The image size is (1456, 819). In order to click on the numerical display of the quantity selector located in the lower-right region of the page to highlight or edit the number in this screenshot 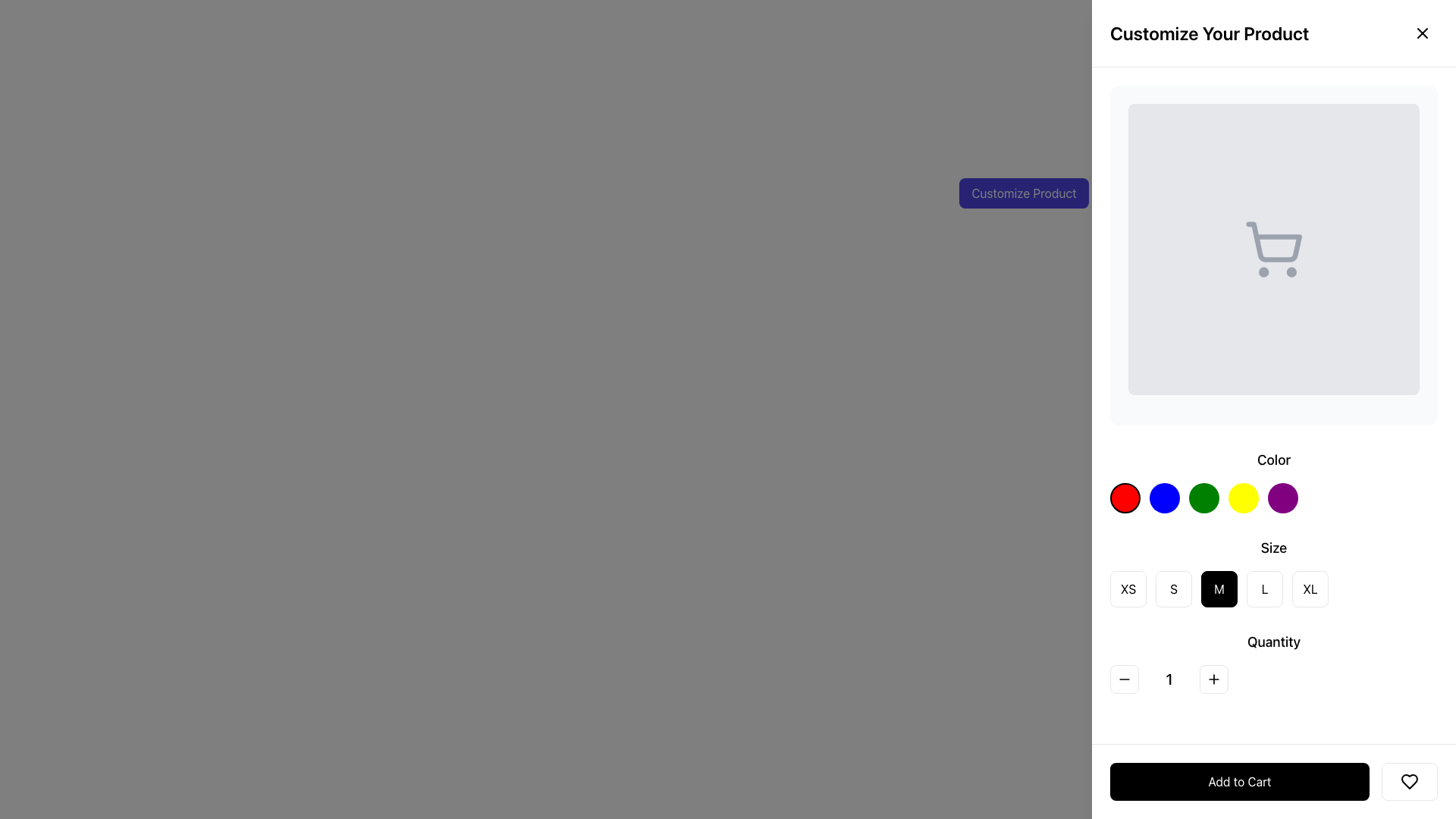, I will do `click(1274, 678)`.